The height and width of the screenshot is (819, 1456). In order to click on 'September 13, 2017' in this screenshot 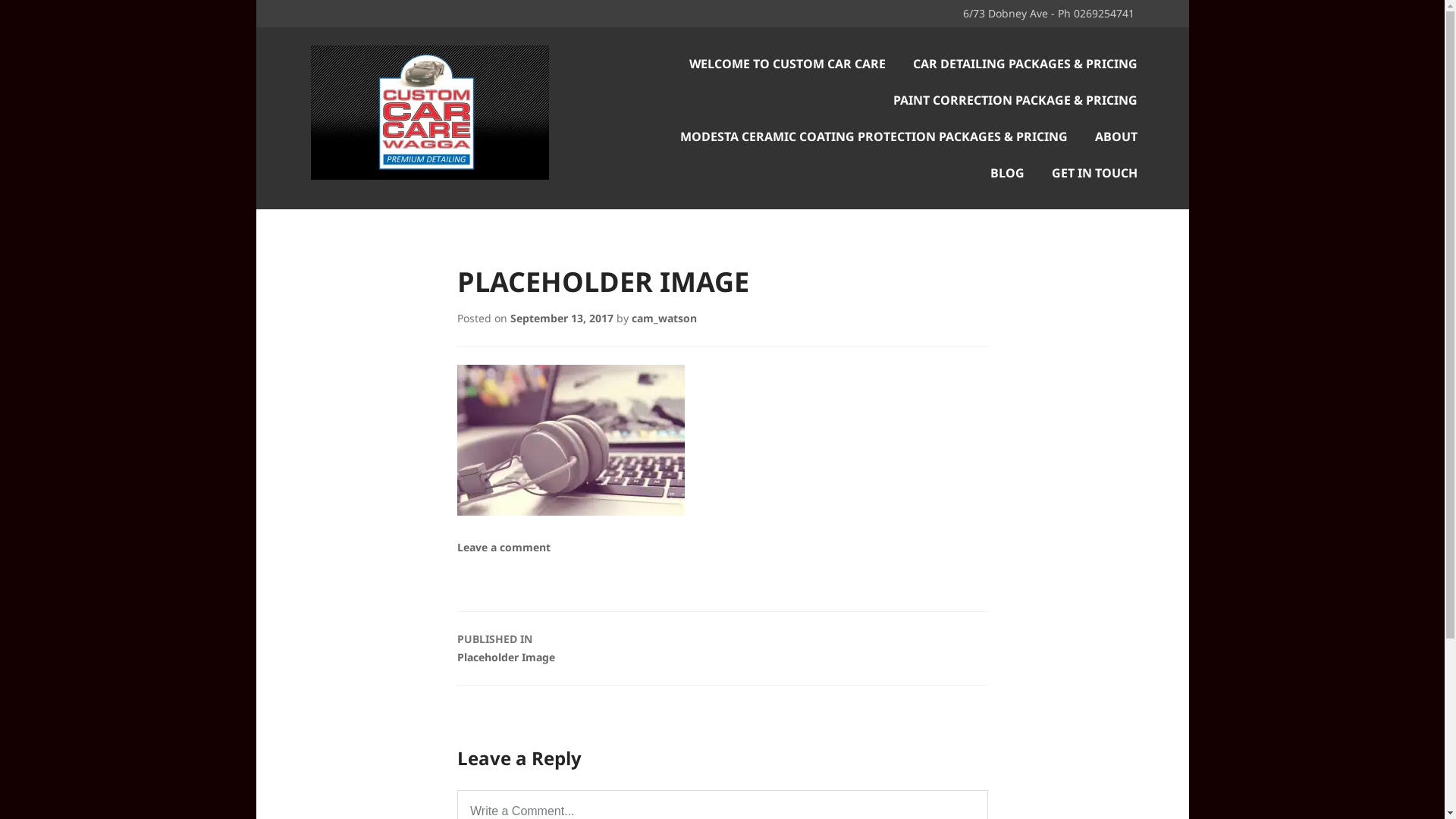, I will do `click(560, 317)`.